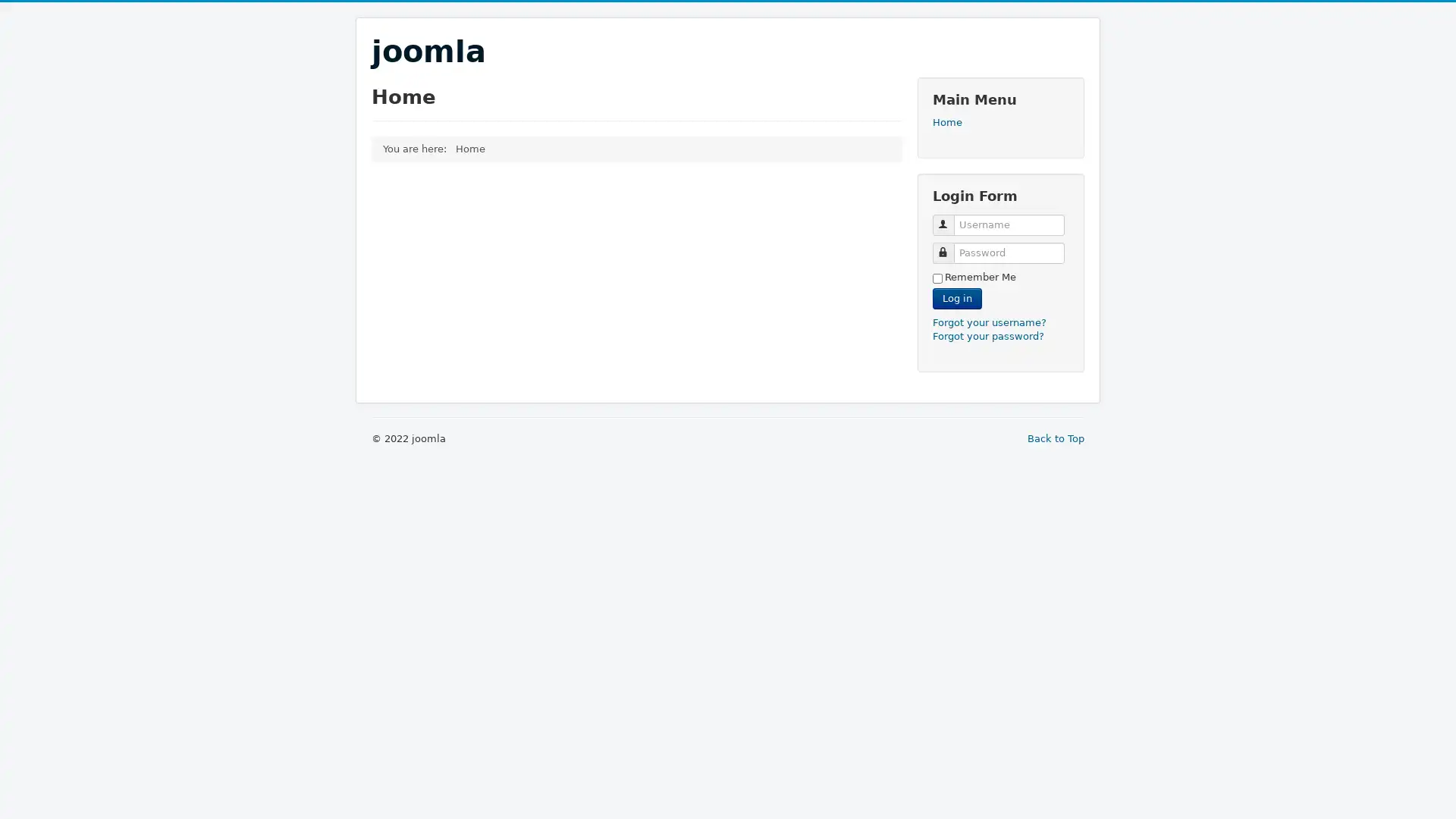  I want to click on Log in, so click(956, 298).